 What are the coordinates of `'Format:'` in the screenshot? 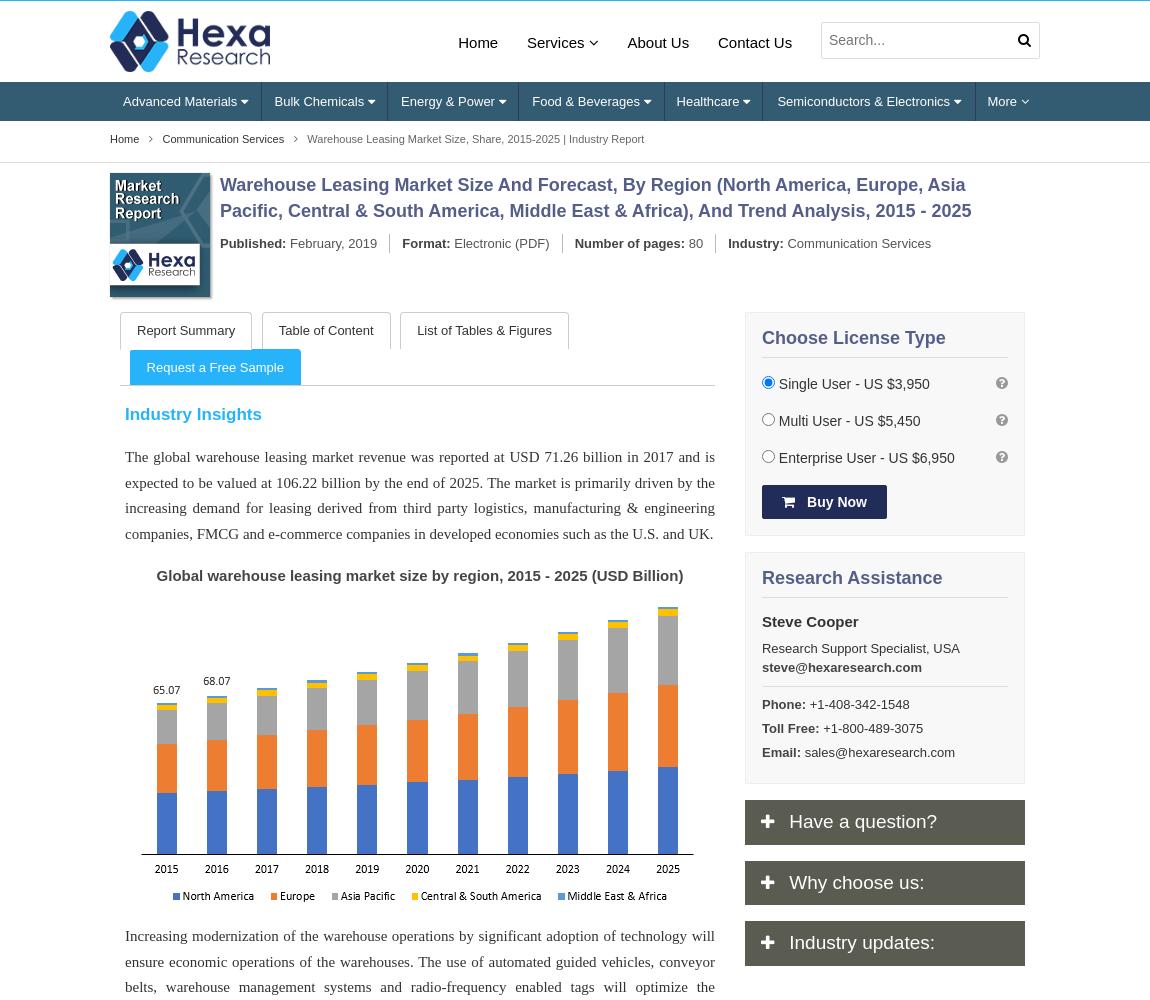 It's located at (425, 241).